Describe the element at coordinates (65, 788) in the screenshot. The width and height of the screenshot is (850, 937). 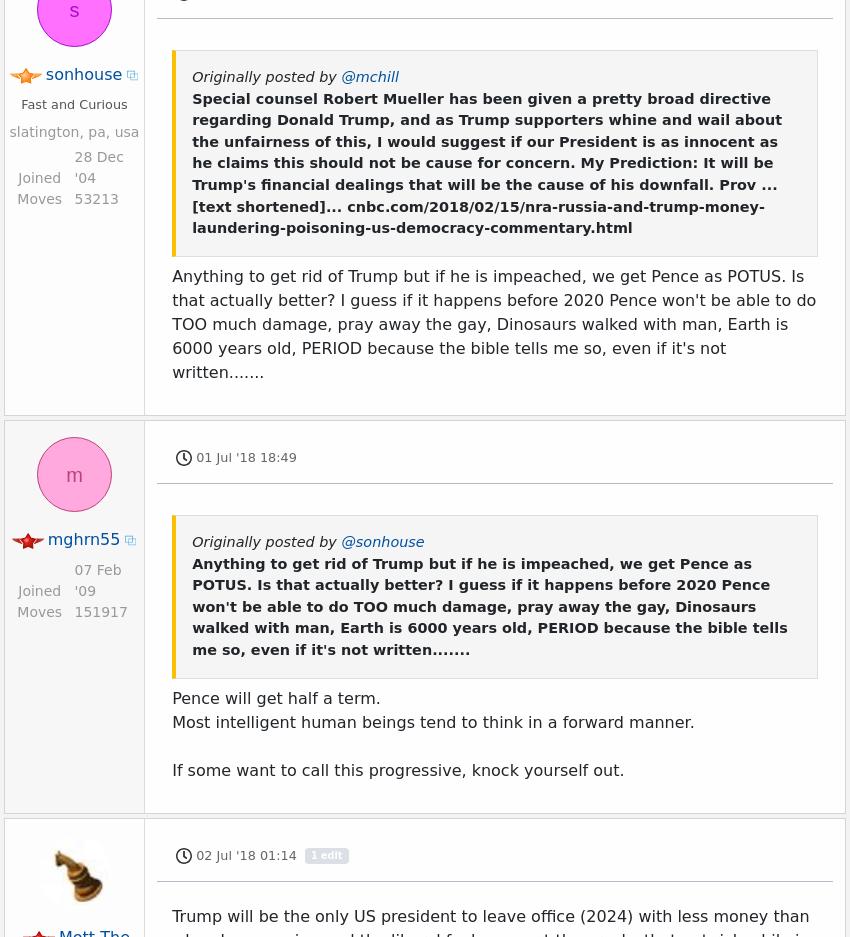
I see `'New User'` at that location.